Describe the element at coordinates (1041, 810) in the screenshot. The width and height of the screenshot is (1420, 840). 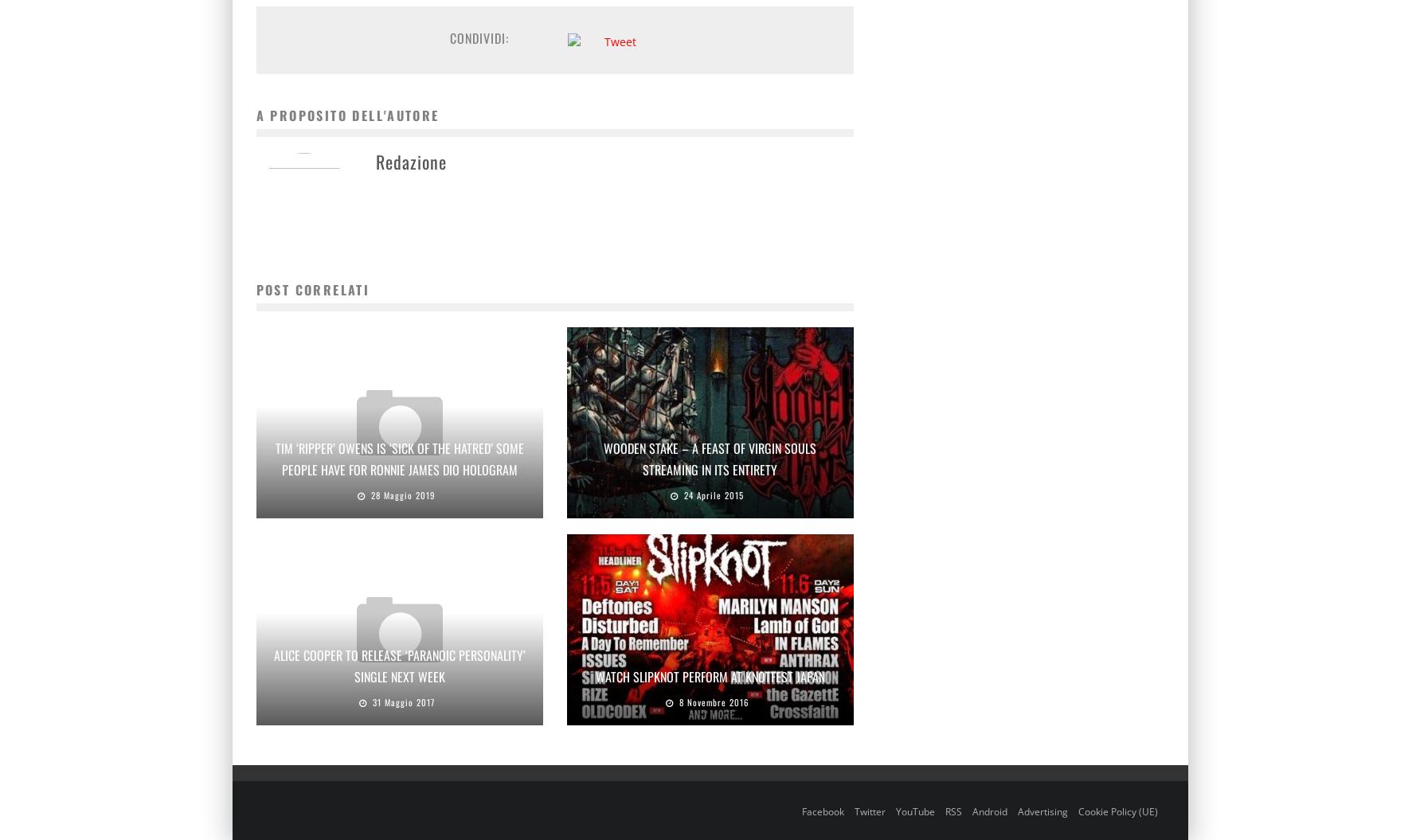
I see `'Advertising'` at that location.